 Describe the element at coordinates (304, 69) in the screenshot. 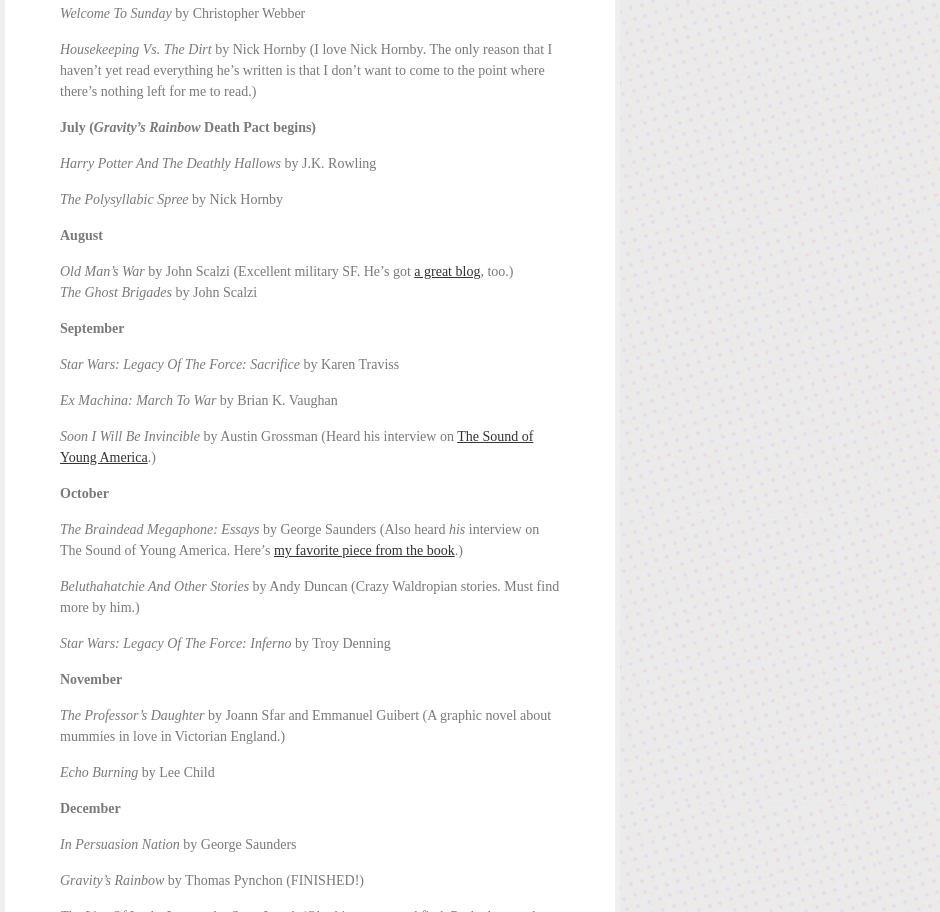

I see `'by Nick Hornby (I love Nick Hornby. The only reason that I haven’t yet read everything he’s written is that I don’t want to come to the point where there’s nothing left for me to read.)'` at that location.